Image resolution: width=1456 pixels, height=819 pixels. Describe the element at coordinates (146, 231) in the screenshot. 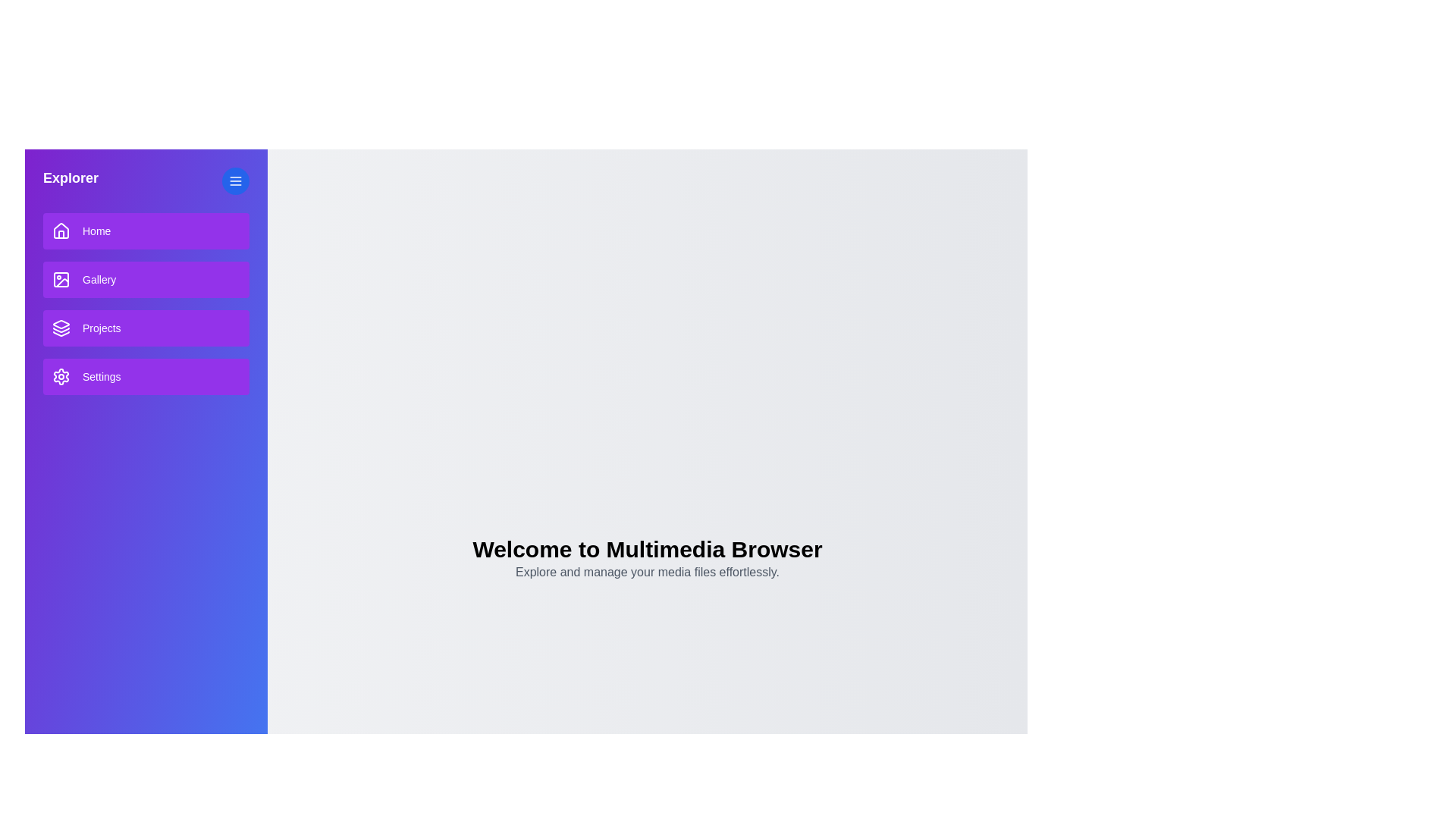

I see `the 'Home' button to navigate to the 'Home' section` at that location.